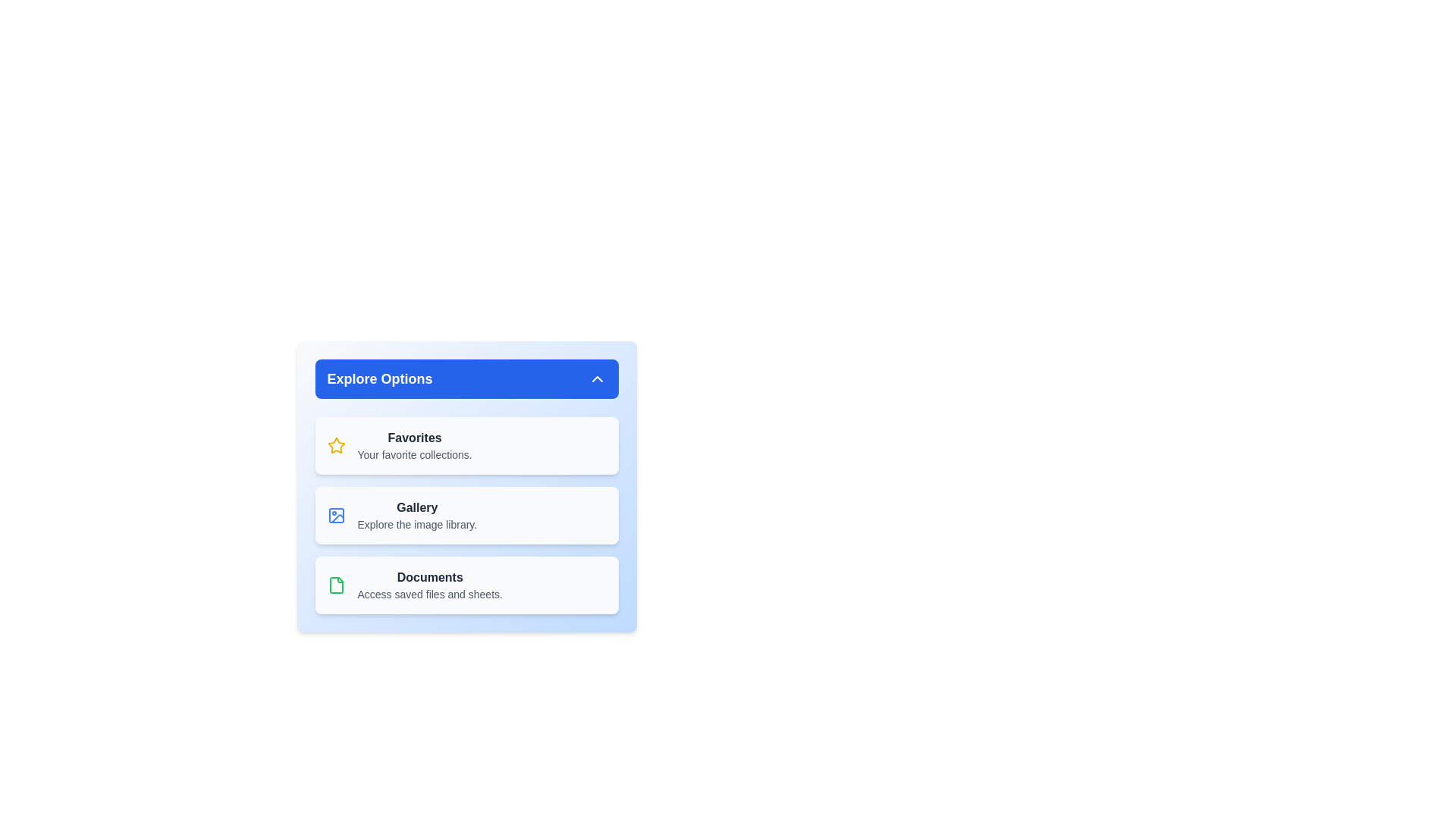 The height and width of the screenshot is (819, 1456). I want to click on the descriptive text block located in the second row of the 'Favorites' card, which provides context for the section, so click(415, 454).